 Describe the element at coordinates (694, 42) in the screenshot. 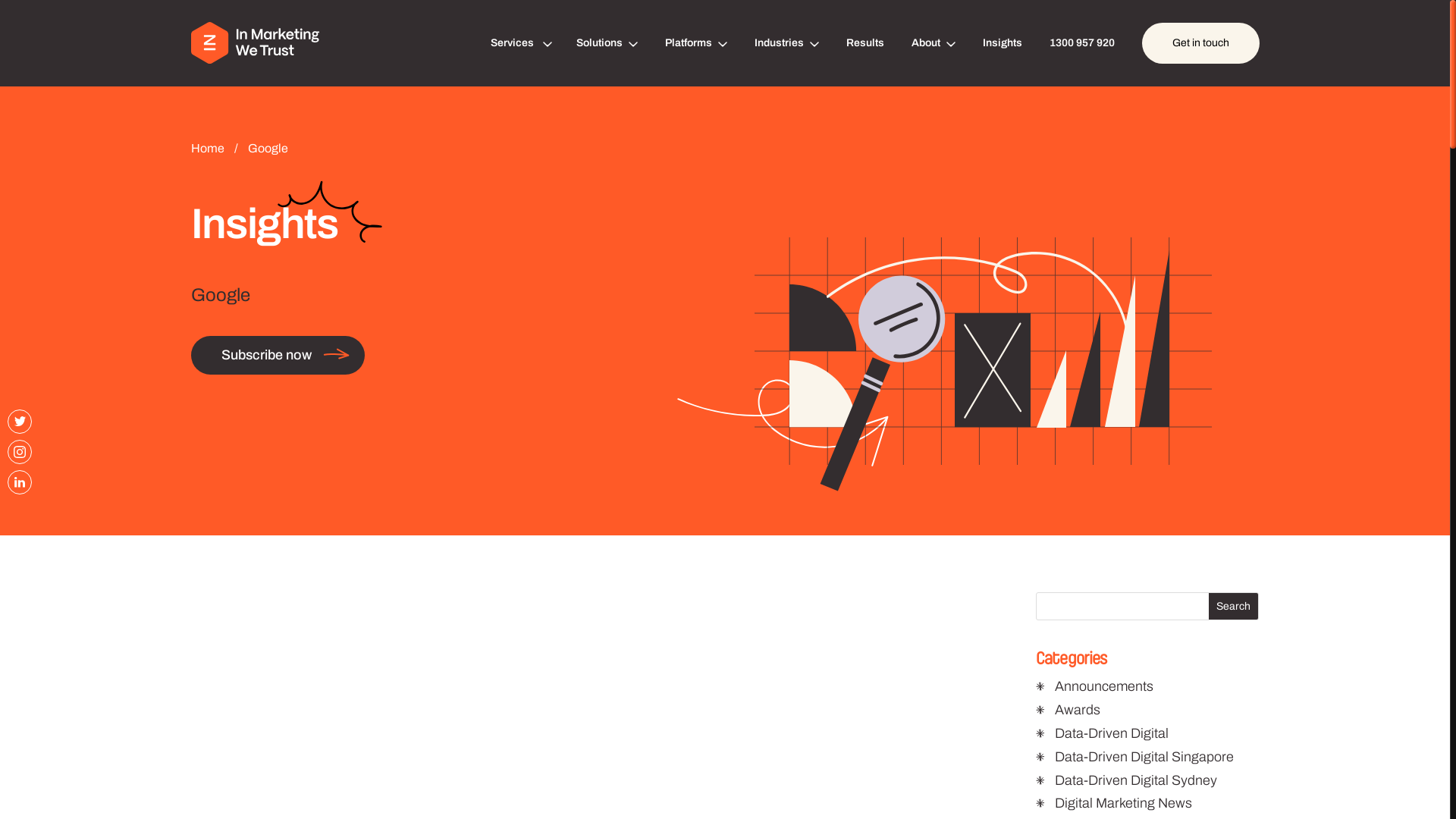

I see `'Platforms'` at that location.